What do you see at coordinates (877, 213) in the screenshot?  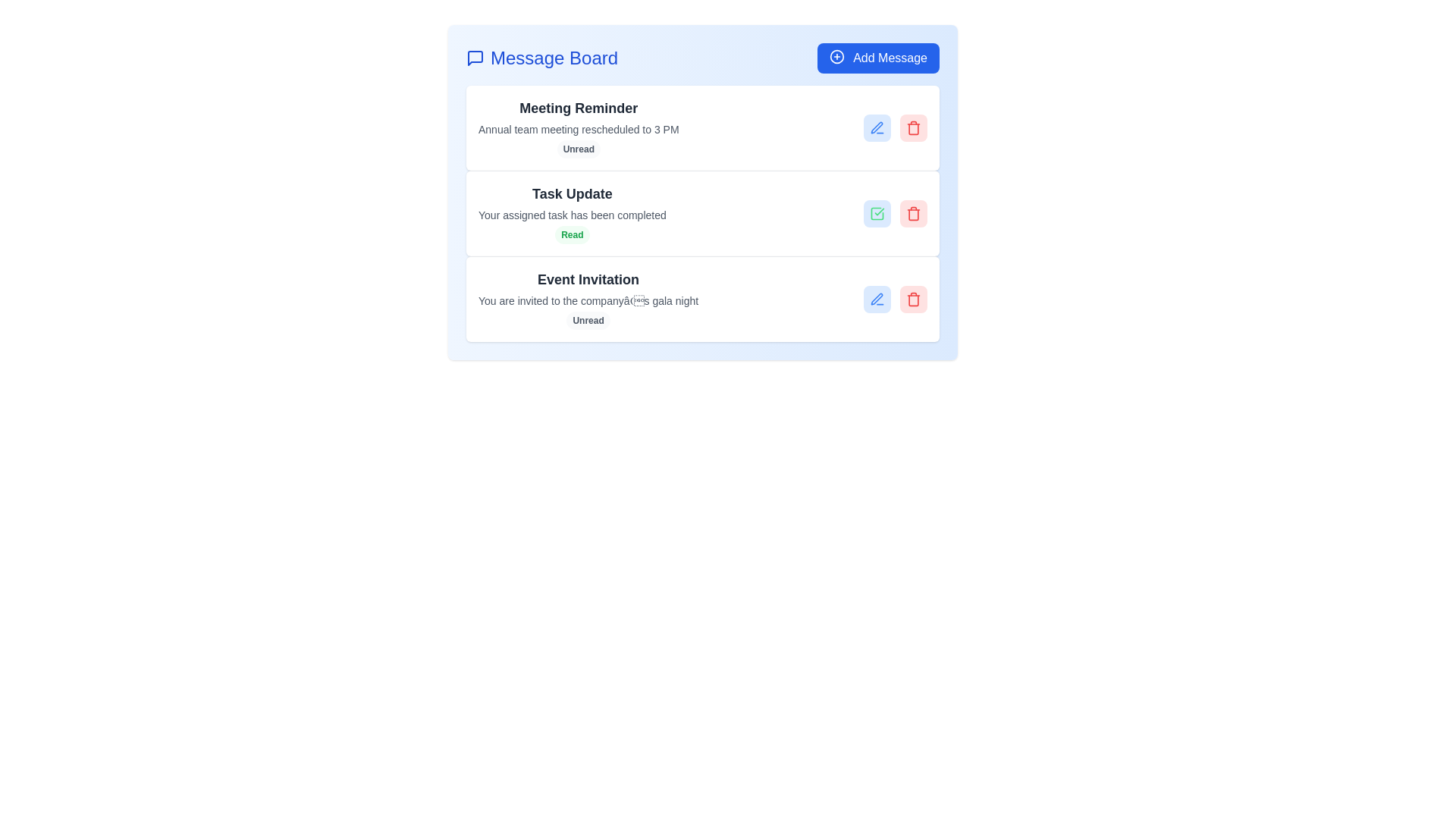 I see `the square-shaped button with a light blue background and a green checkmark icon to mark the task as completed, located within the 'Task Update' message item` at bounding box center [877, 213].